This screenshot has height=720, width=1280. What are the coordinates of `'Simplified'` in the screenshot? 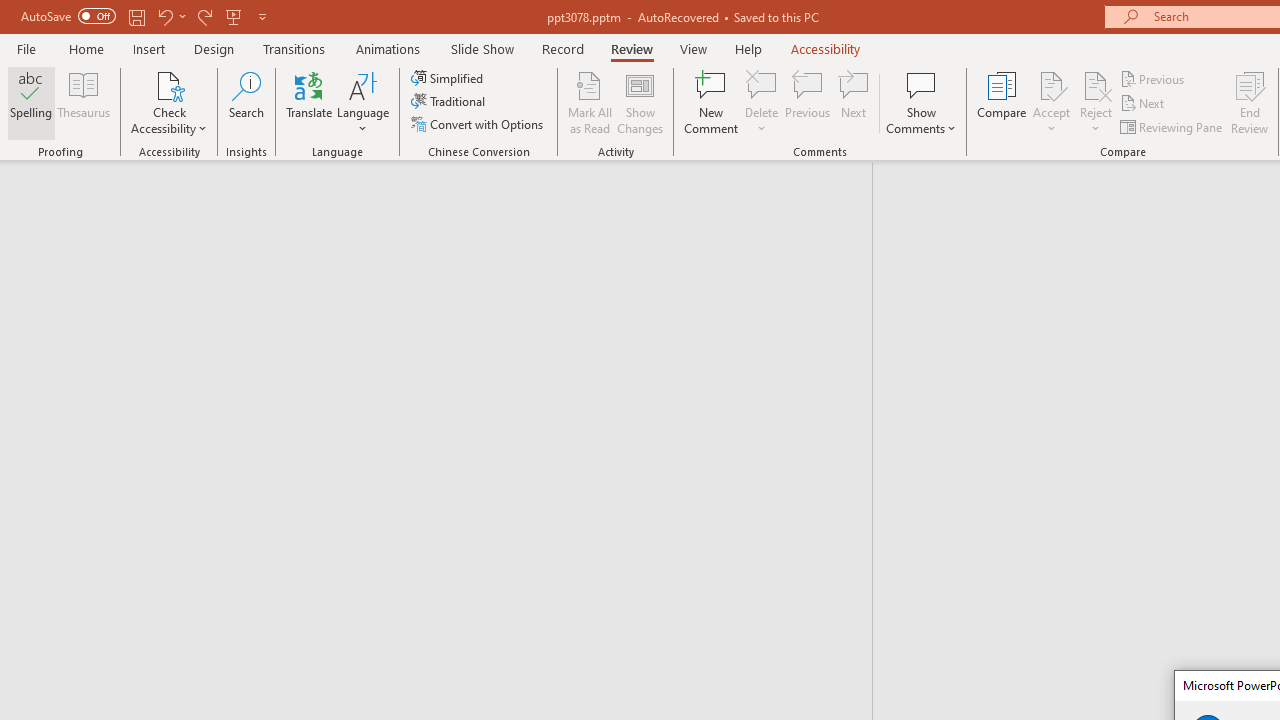 It's located at (448, 77).